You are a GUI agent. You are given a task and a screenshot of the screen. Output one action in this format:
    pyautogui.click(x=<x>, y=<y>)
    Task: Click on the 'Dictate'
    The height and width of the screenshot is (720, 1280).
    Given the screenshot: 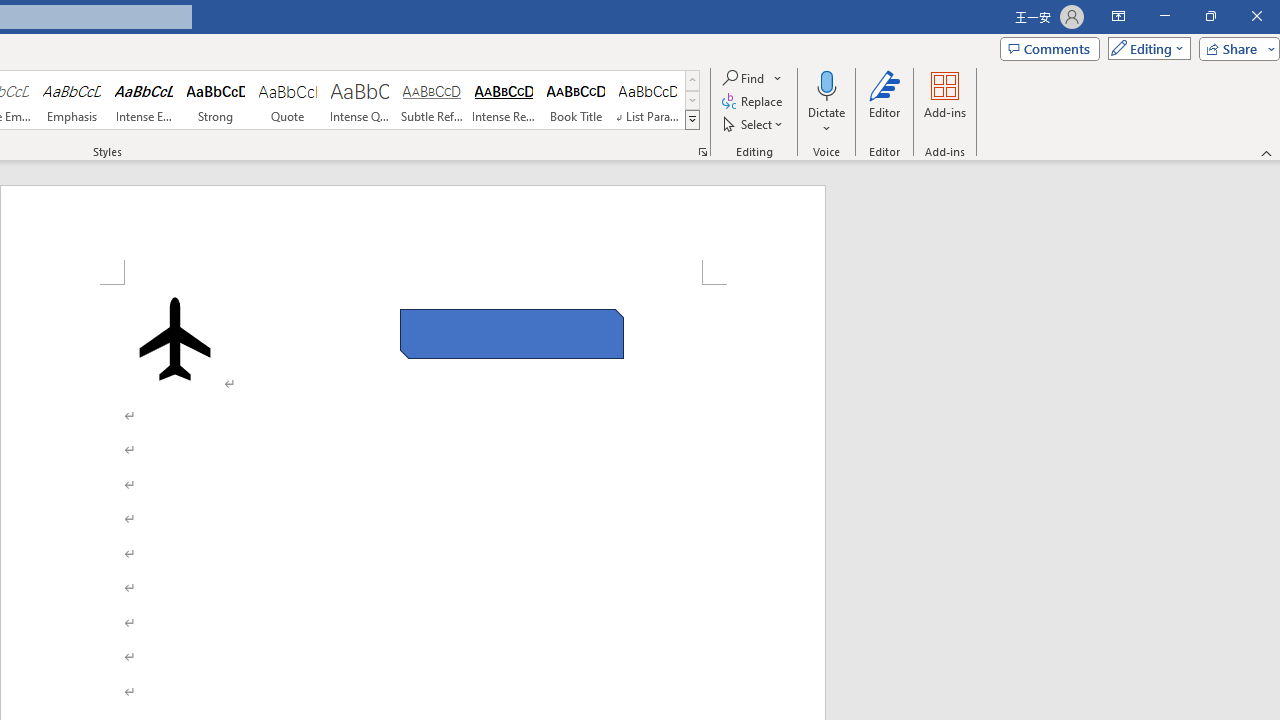 What is the action you would take?
    pyautogui.click(x=826, y=103)
    